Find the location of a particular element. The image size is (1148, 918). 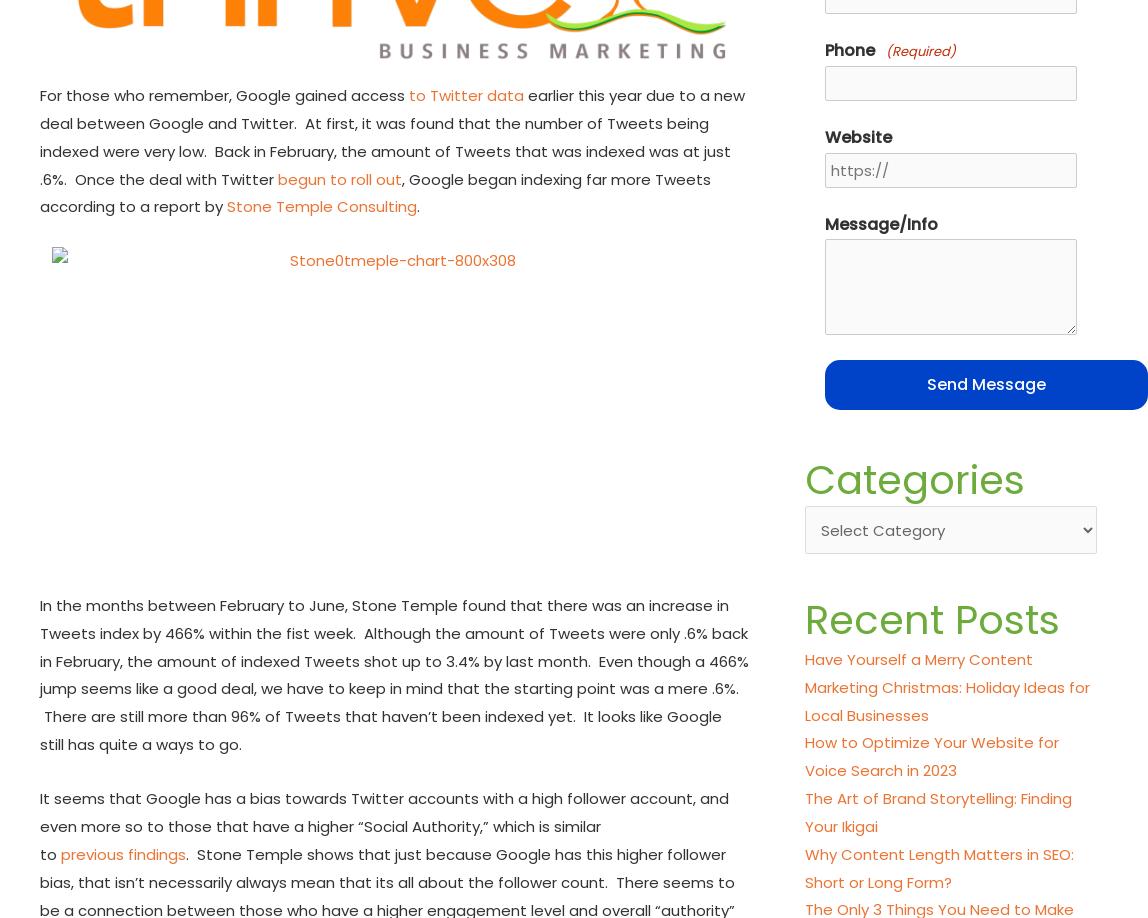

'(Required)' is located at coordinates (920, 50).